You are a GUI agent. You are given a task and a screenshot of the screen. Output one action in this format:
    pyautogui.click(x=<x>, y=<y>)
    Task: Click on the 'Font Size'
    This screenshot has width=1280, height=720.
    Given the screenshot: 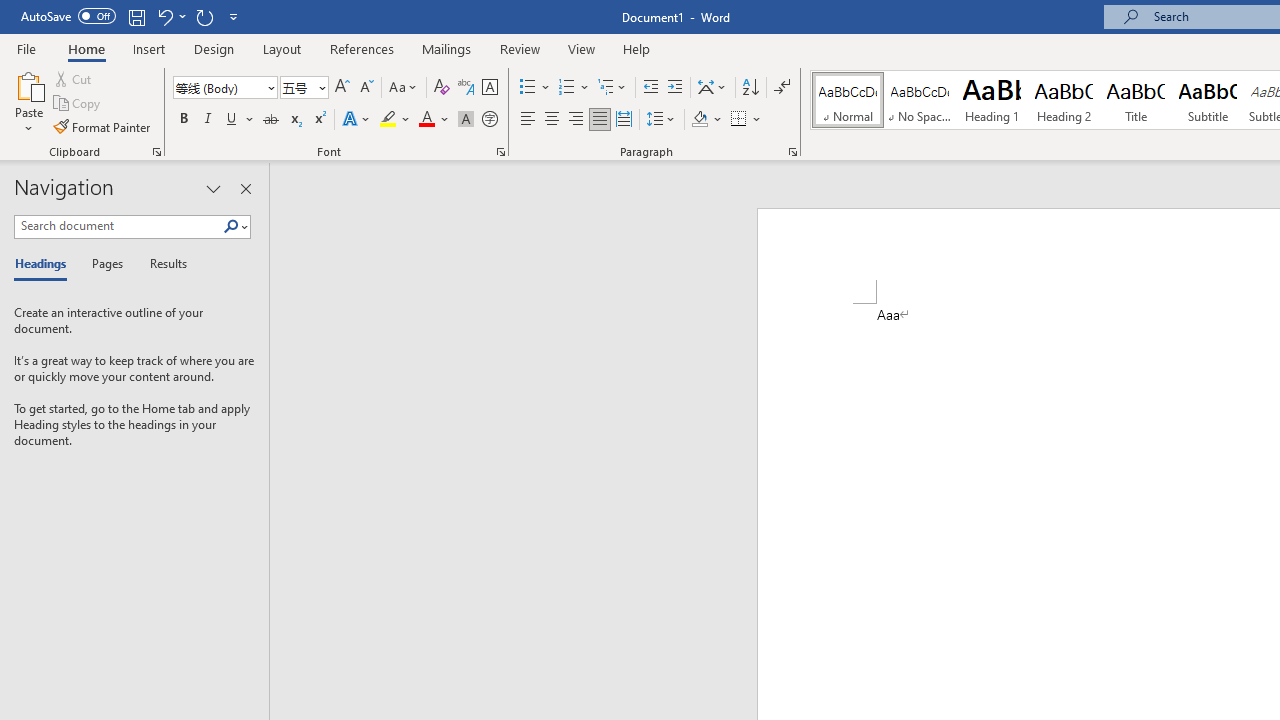 What is the action you would take?
    pyautogui.click(x=303, y=86)
    